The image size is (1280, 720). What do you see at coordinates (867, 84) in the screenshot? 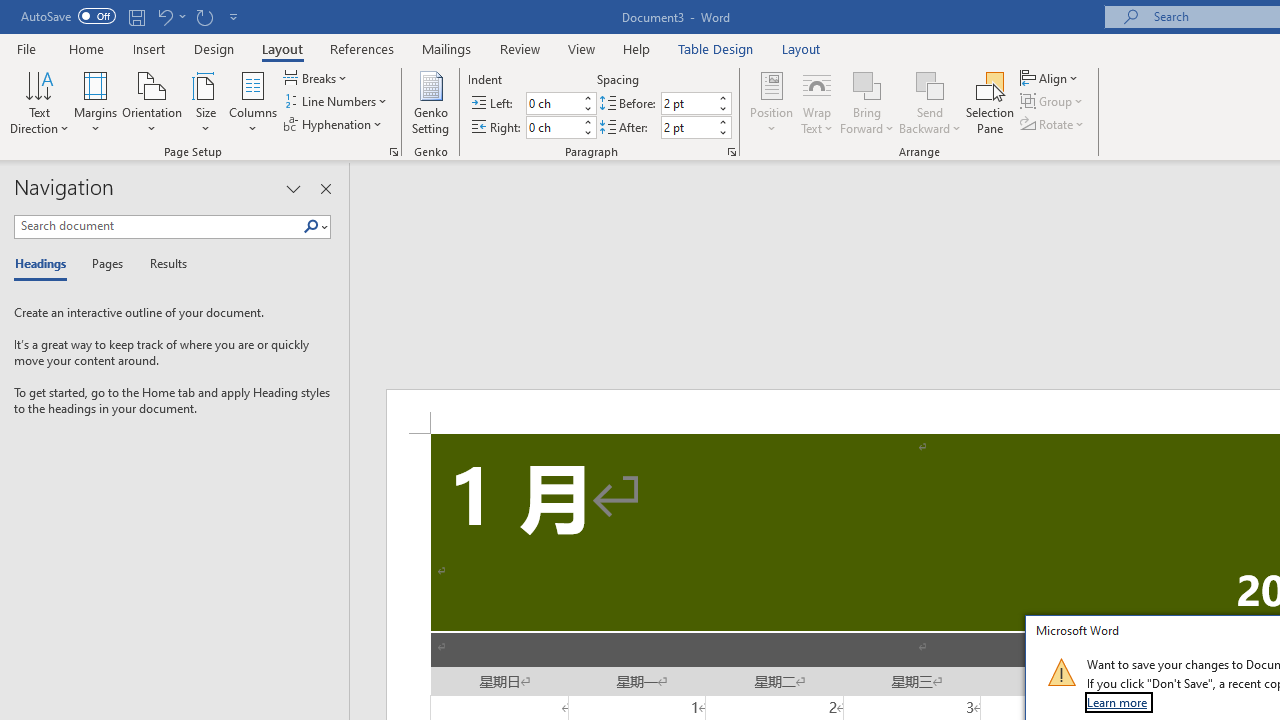
I see `'Bring Forward'` at bounding box center [867, 84].